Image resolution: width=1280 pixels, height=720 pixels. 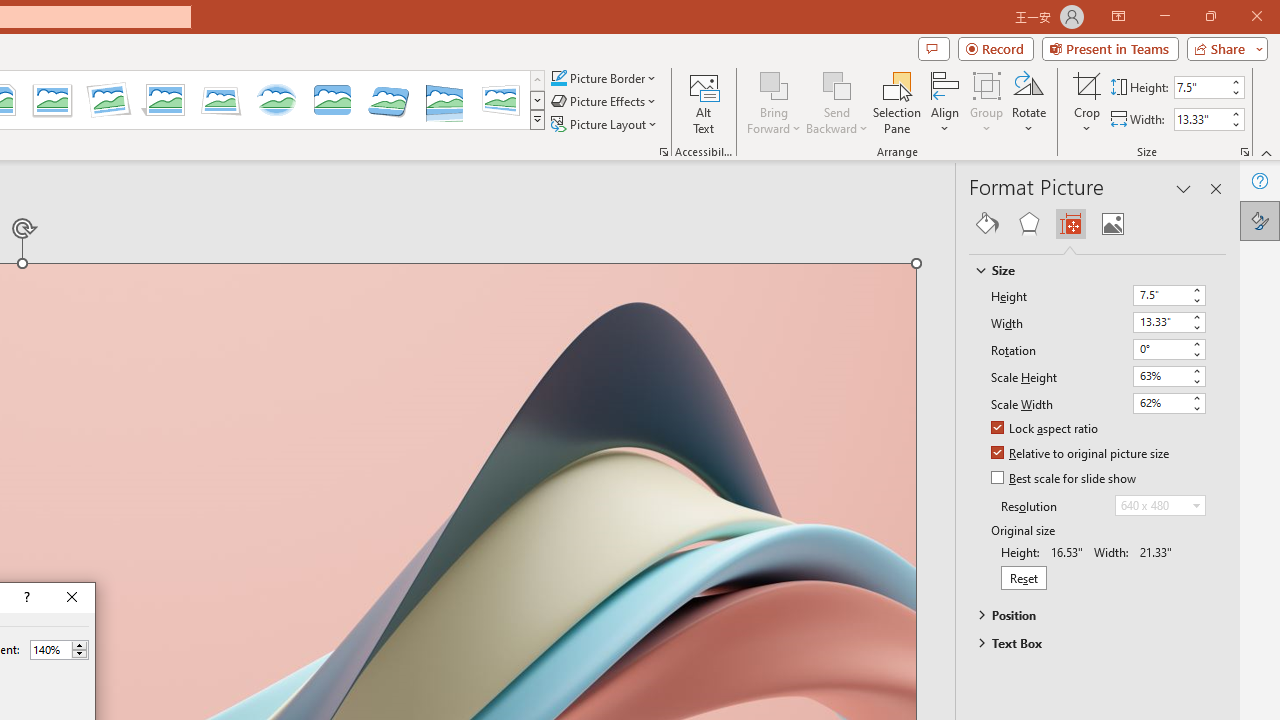 I want to click on 'Crop', so click(x=1086, y=84).